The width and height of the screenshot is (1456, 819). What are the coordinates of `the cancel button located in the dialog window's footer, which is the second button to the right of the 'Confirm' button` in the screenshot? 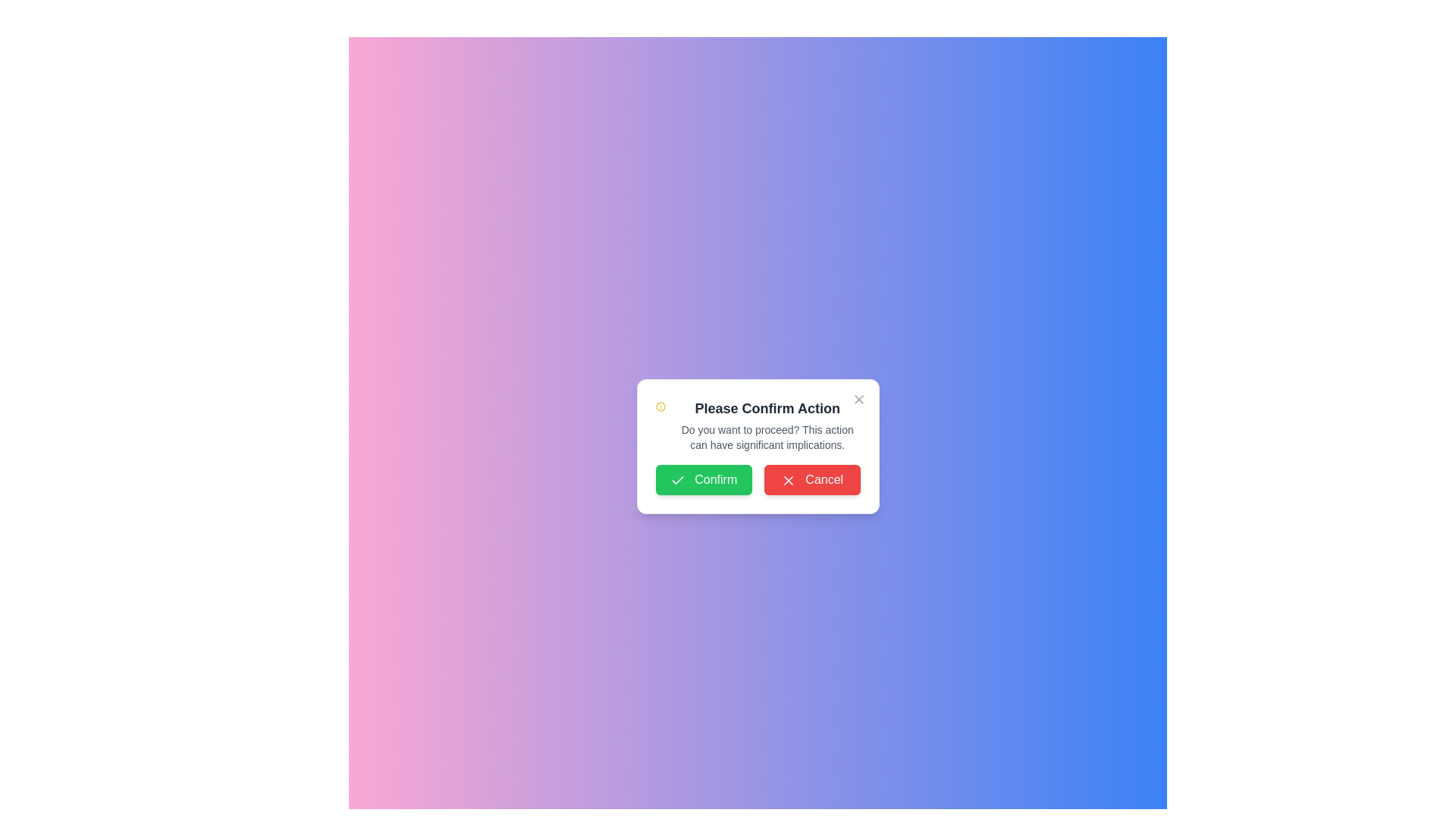 It's located at (811, 479).